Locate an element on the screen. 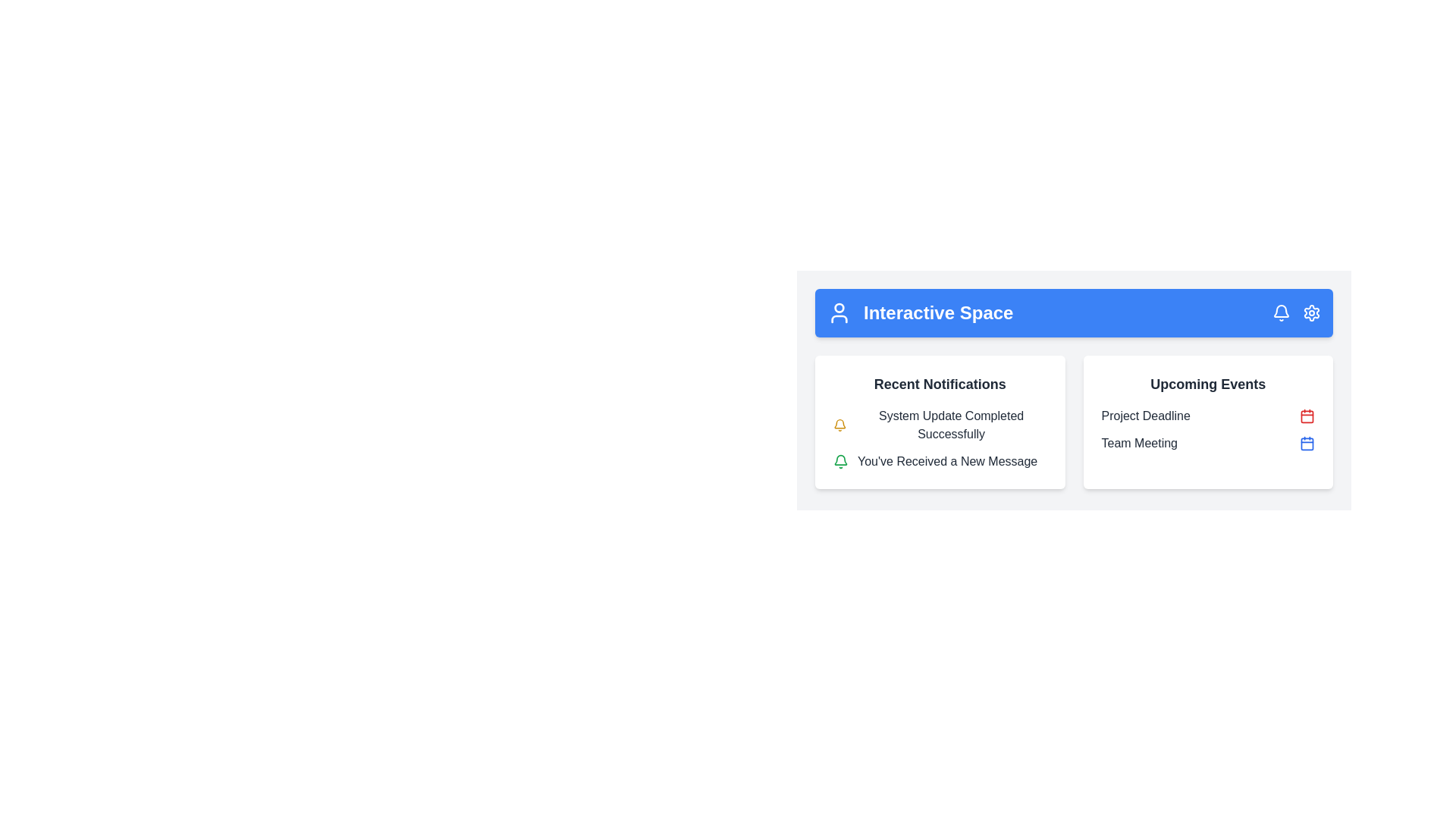  text of the header labeled 'Recent Notifications' which is displayed in bold and larger font at the top center of the notifications section is located at coordinates (939, 383).